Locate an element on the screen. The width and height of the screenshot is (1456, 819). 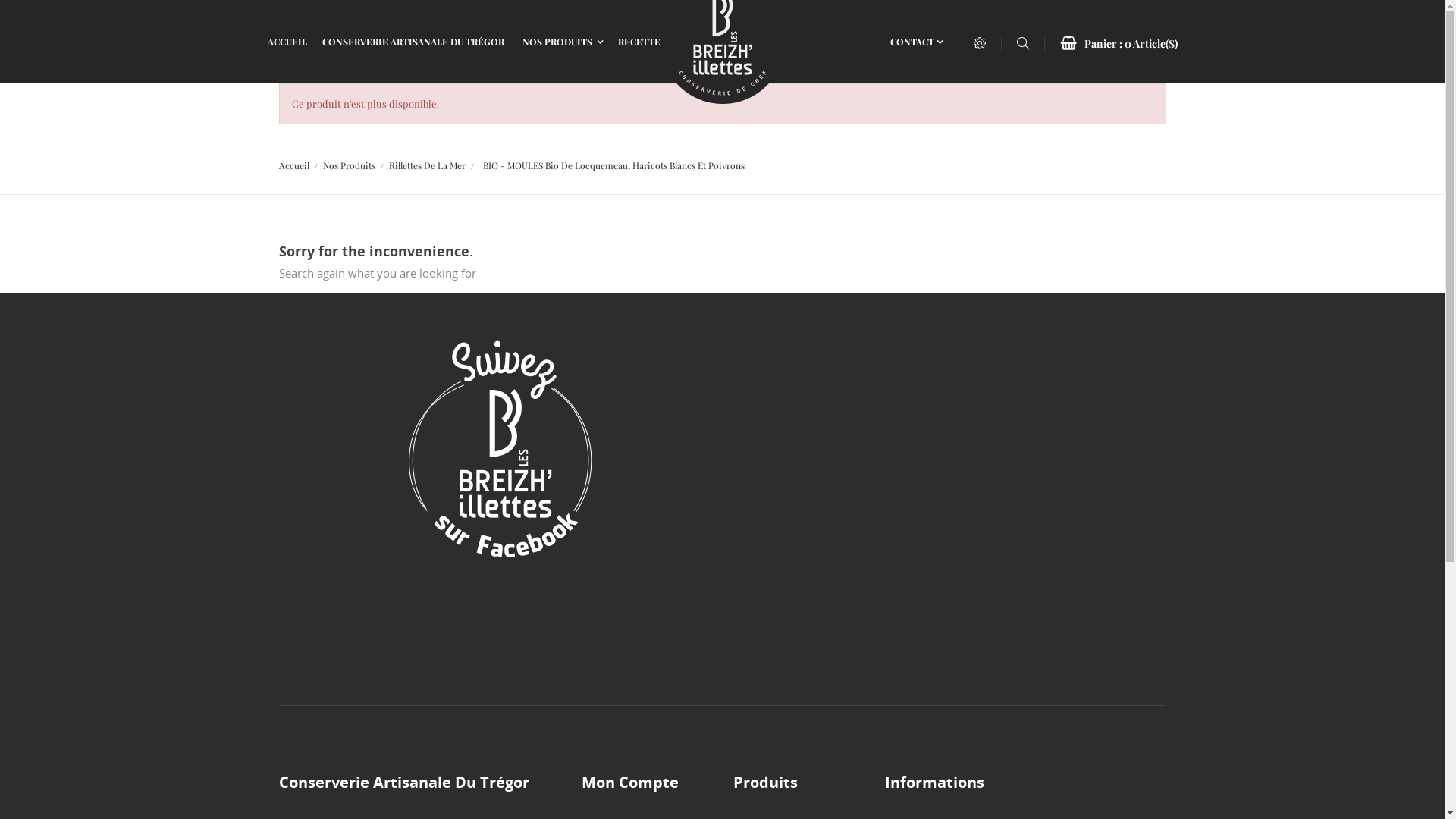
'Panier : 0 Article(S)' is located at coordinates (1119, 42).